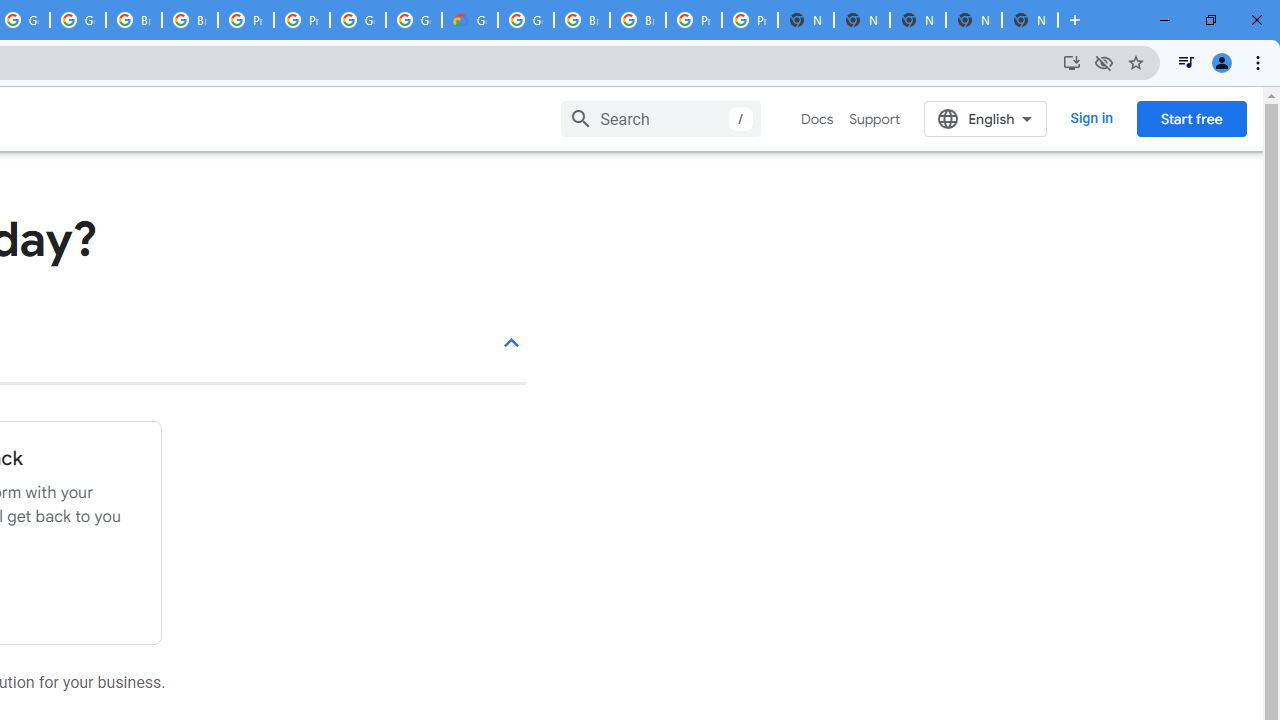 This screenshot has height=720, width=1280. Describe the element at coordinates (1191, 118) in the screenshot. I see `'Start free'` at that location.